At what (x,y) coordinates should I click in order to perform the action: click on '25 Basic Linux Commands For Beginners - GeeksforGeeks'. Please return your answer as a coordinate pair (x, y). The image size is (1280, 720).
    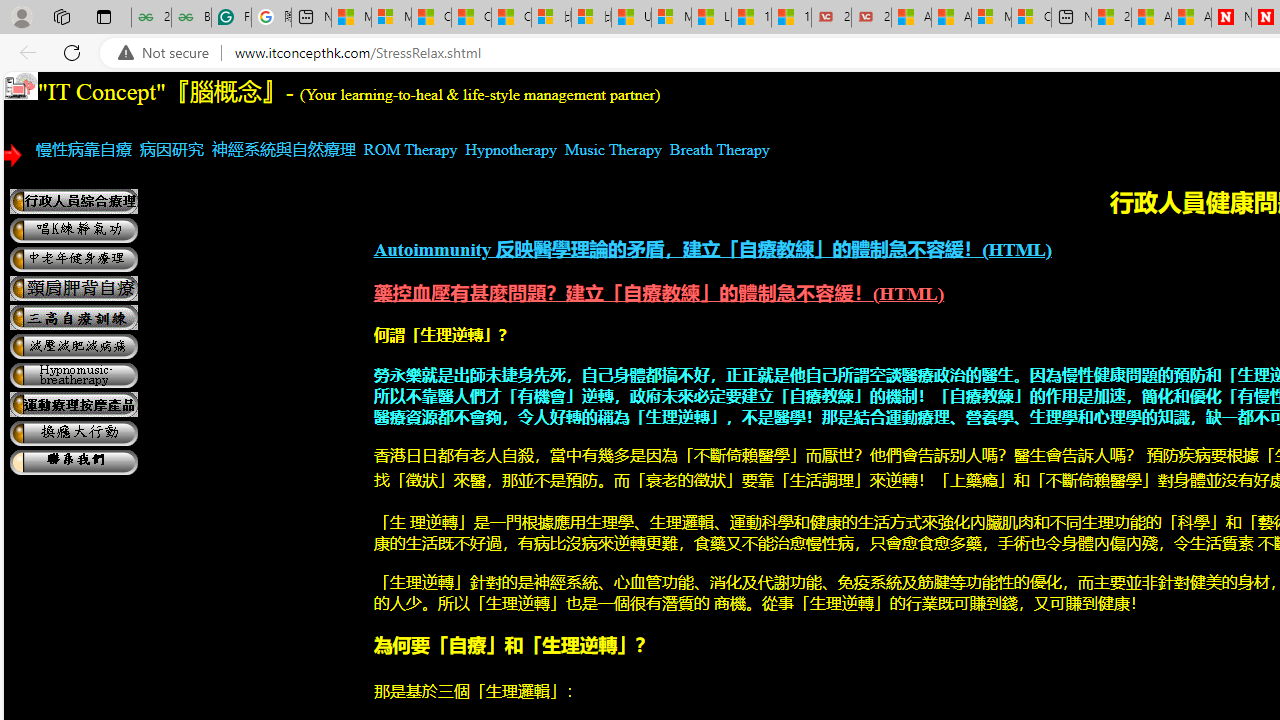
    Looking at the image, I should click on (150, 17).